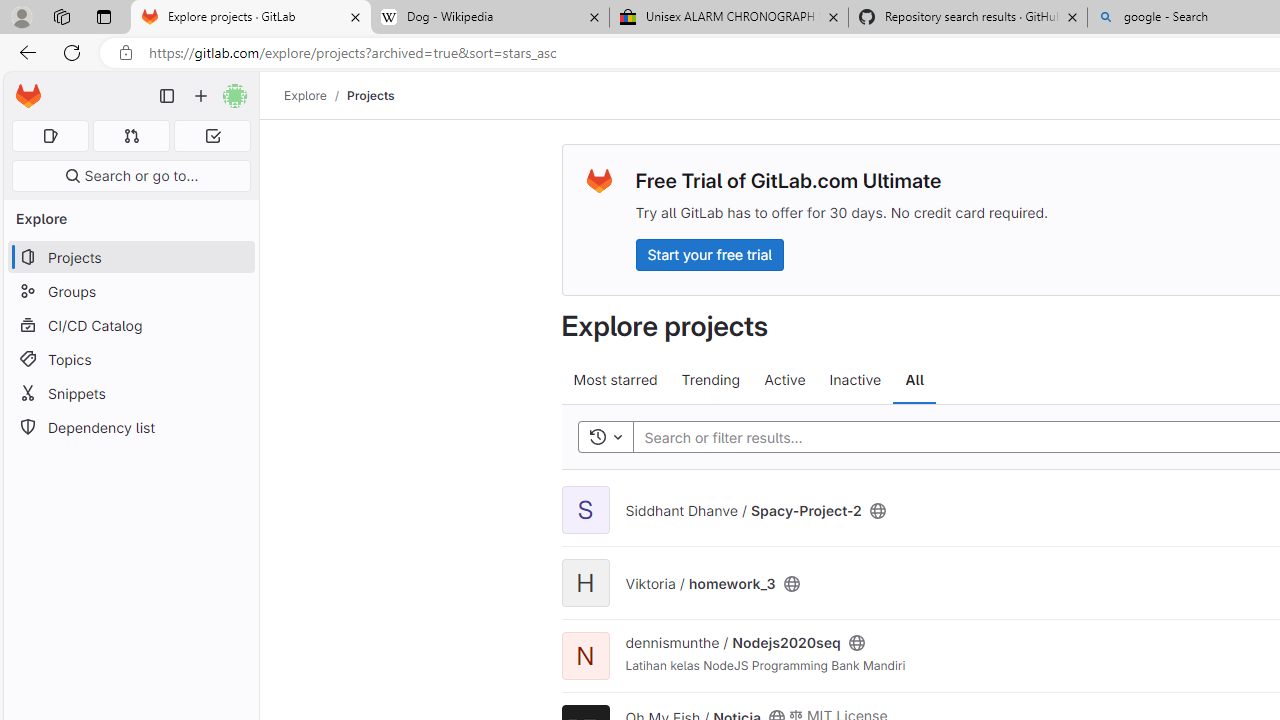  Describe the element at coordinates (856, 643) in the screenshot. I see `'Class: s16'` at that location.